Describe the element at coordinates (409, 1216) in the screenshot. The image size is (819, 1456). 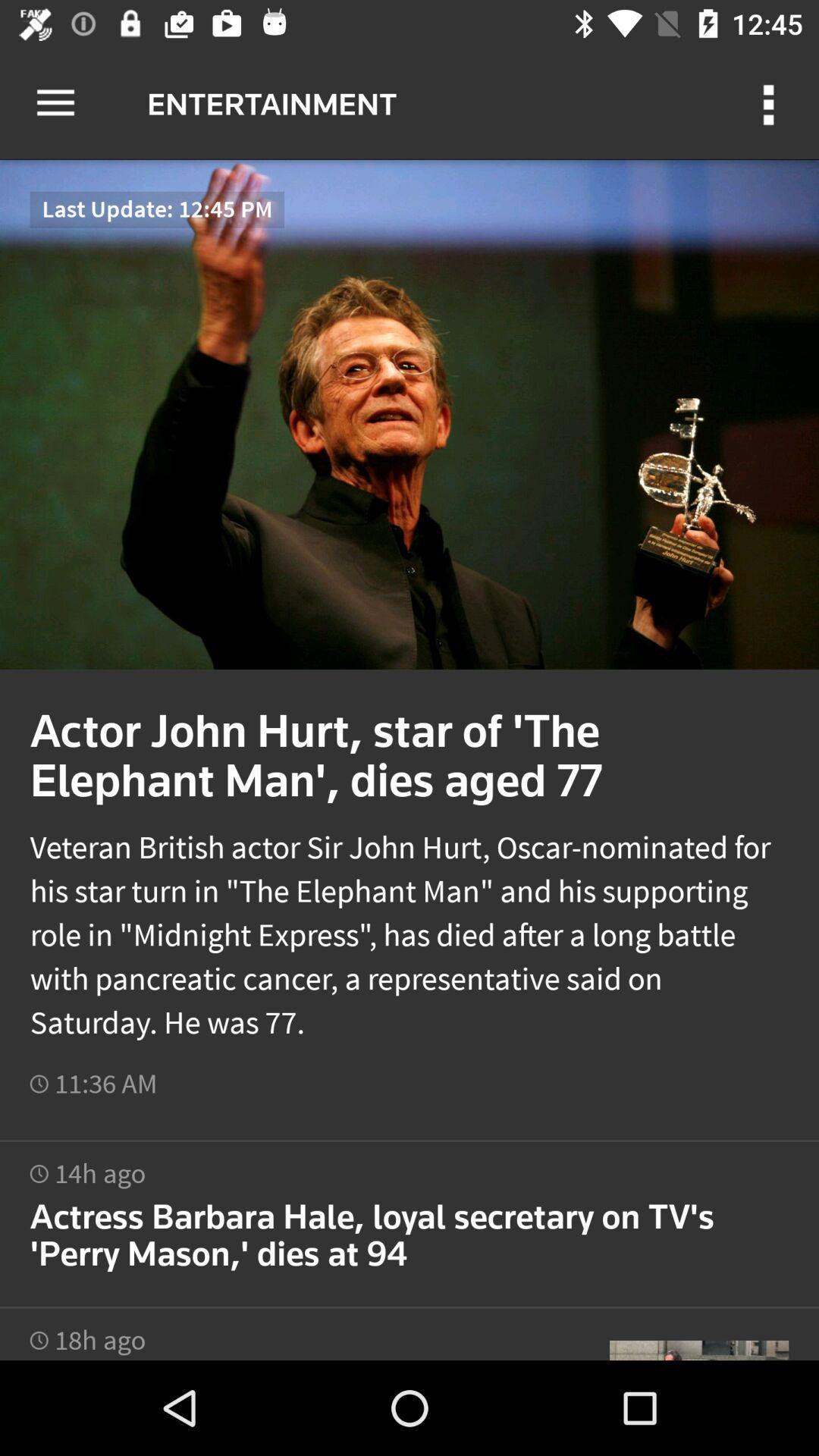
I see `choose a notice` at that location.